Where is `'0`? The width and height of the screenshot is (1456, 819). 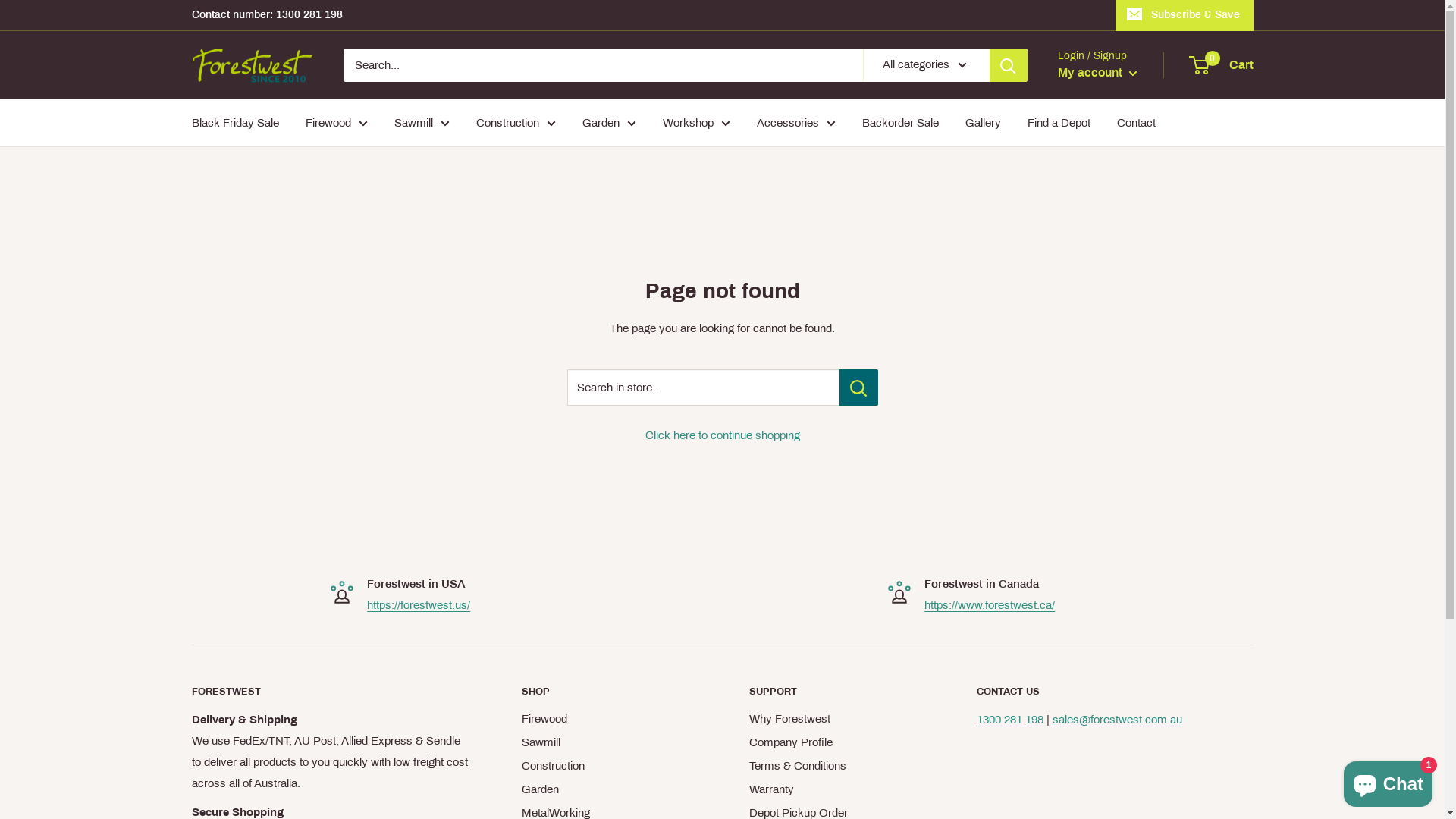 '0 is located at coordinates (1189, 64).